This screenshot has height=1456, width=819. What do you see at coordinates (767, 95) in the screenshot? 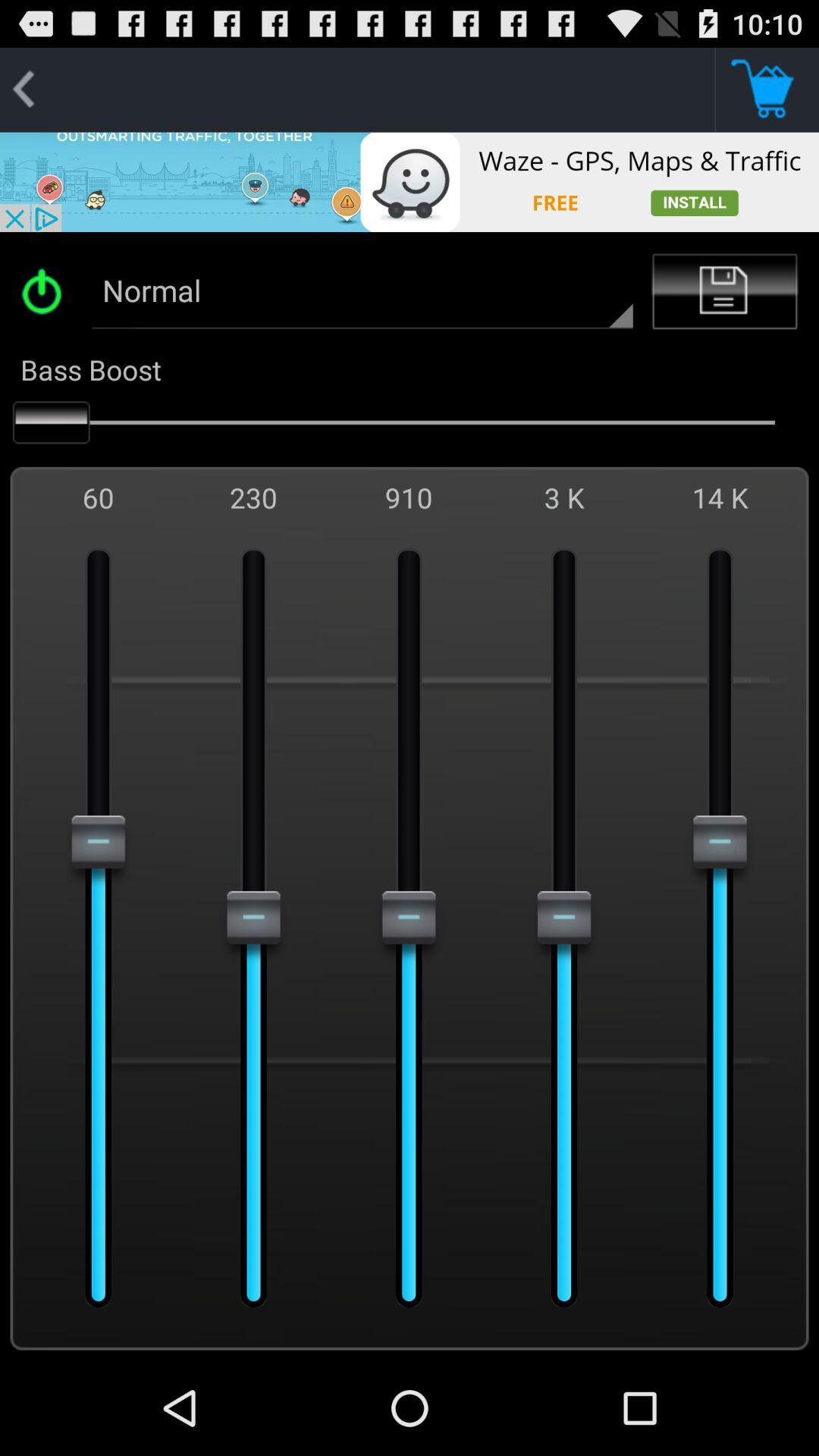
I see `the cart icon` at bounding box center [767, 95].